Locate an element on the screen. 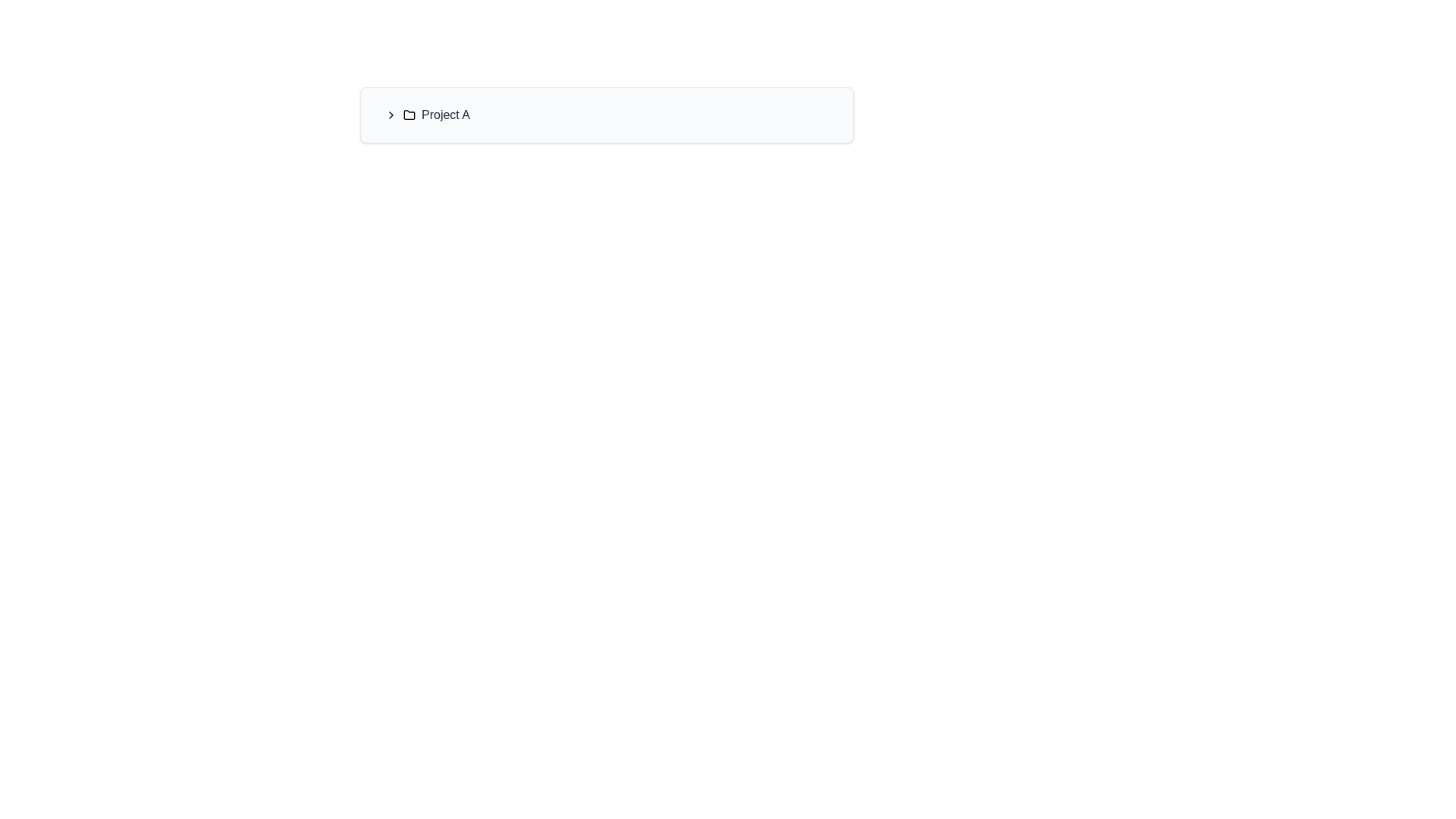  the leftmost chevron icon in the horizontal group containing the text 'Project A', which triggers navigation or expansion of options is located at coordinates (391, 114).